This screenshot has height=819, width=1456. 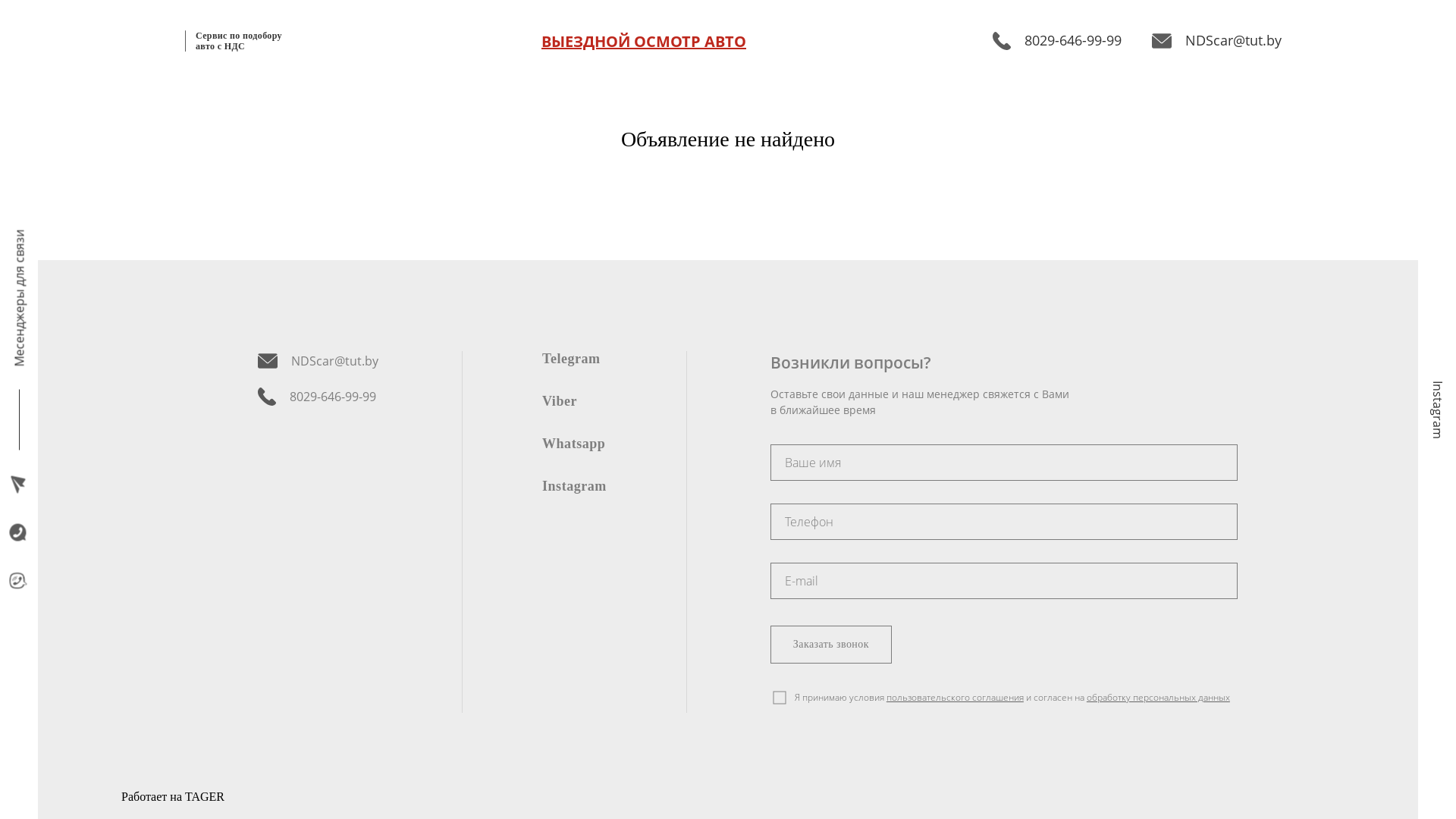 I want to click on 'NDScar@tut.by', so click(x=317, y=360).